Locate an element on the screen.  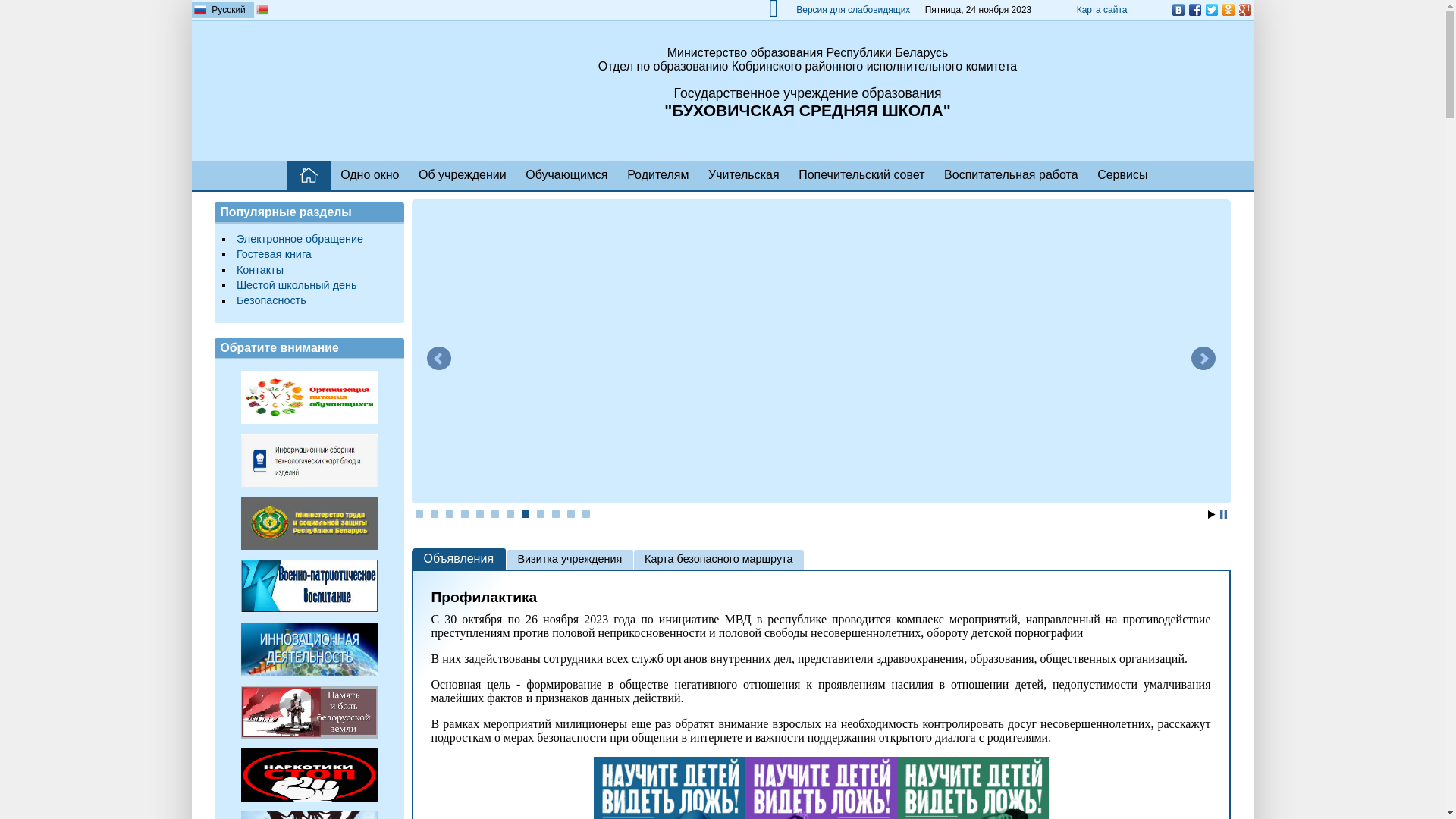
'9' is located at coordinates (541, 513).